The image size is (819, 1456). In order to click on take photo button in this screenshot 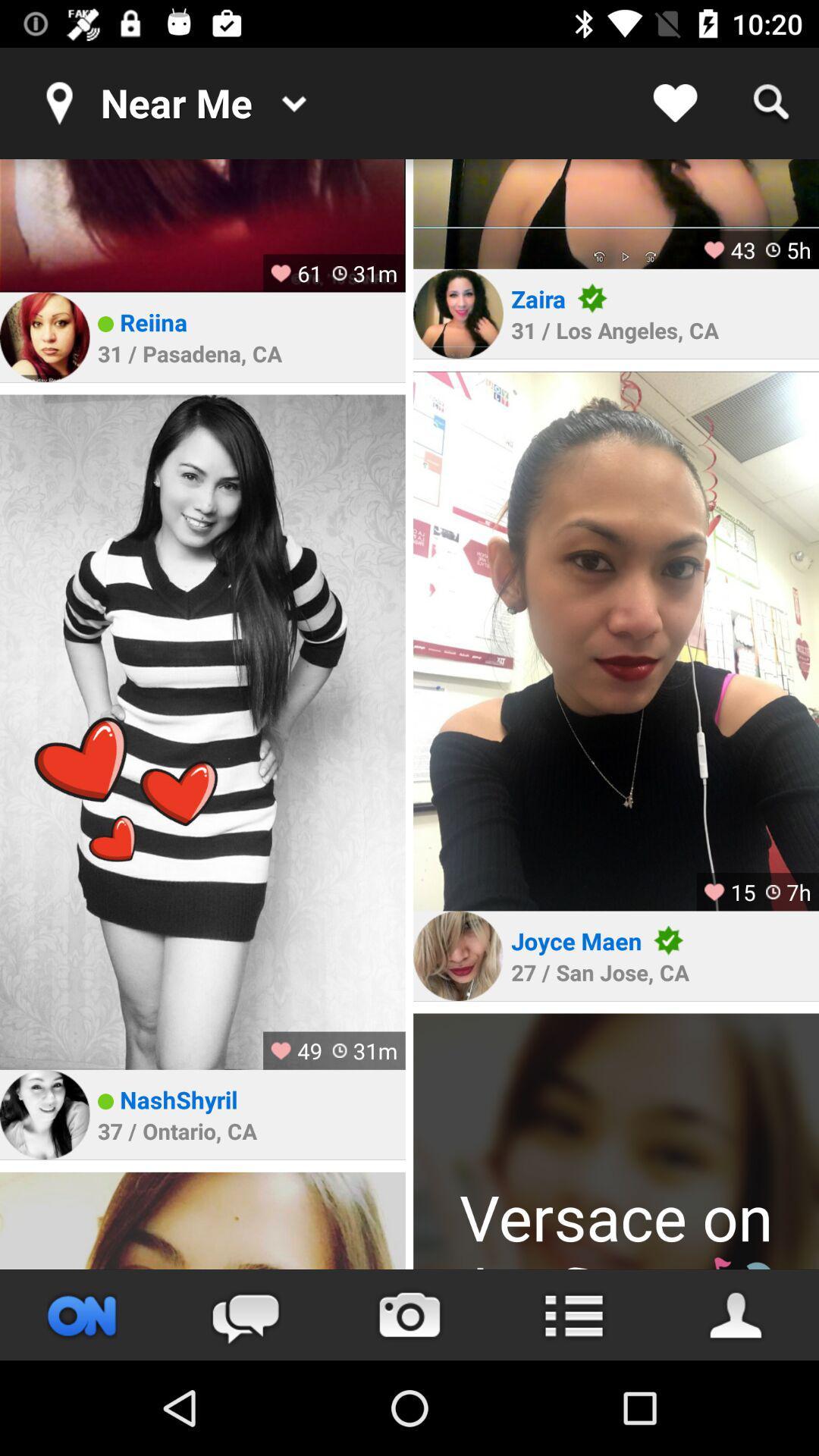, I will do `click(409, 1314)`.